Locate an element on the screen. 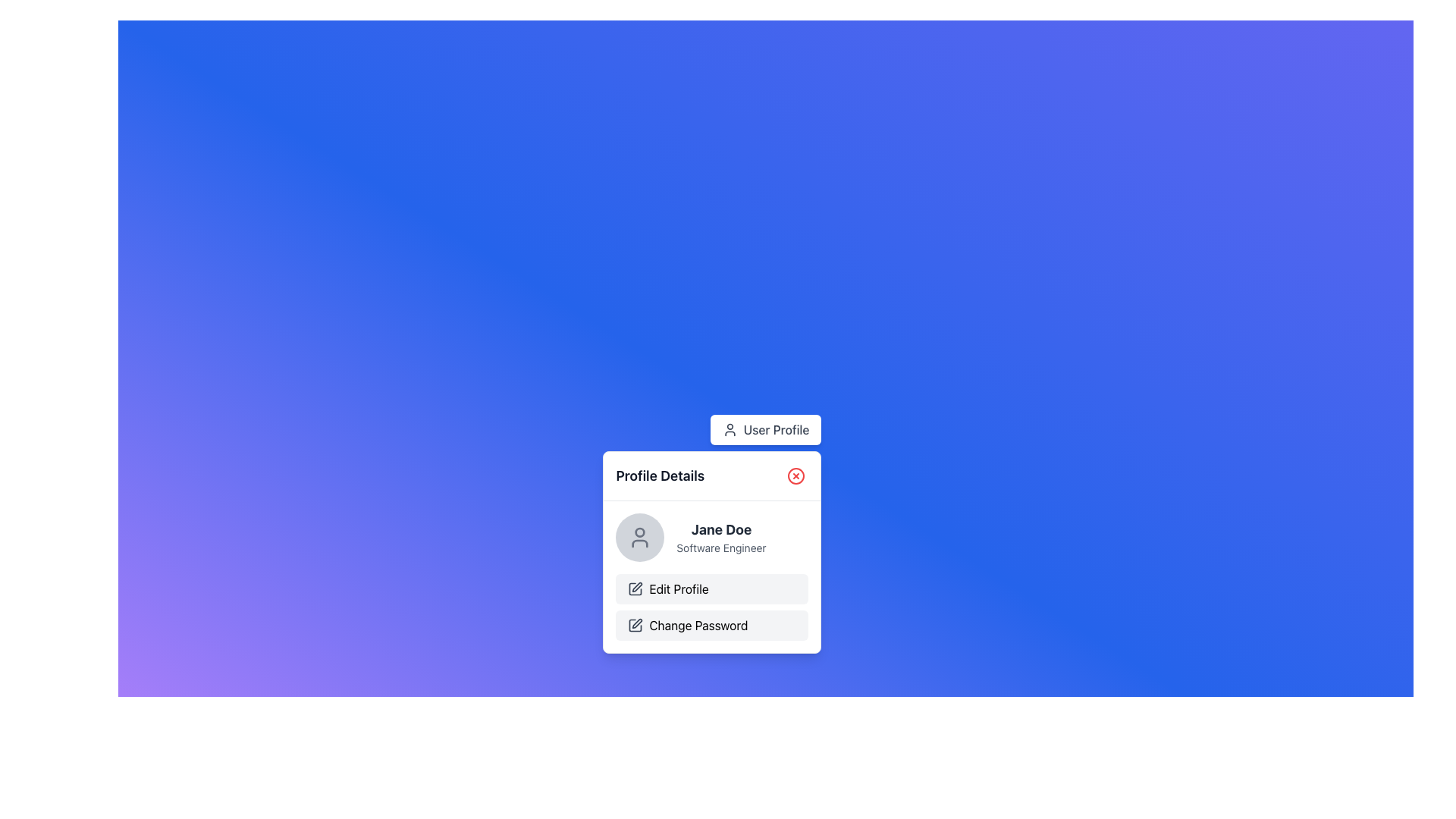 This screenshot has height=819, width=1456. the vertical group of action buttons labeled 'Edit Profile' and 'Change Password' within the 'Profile Details' card is located at coordinates (711, 607).